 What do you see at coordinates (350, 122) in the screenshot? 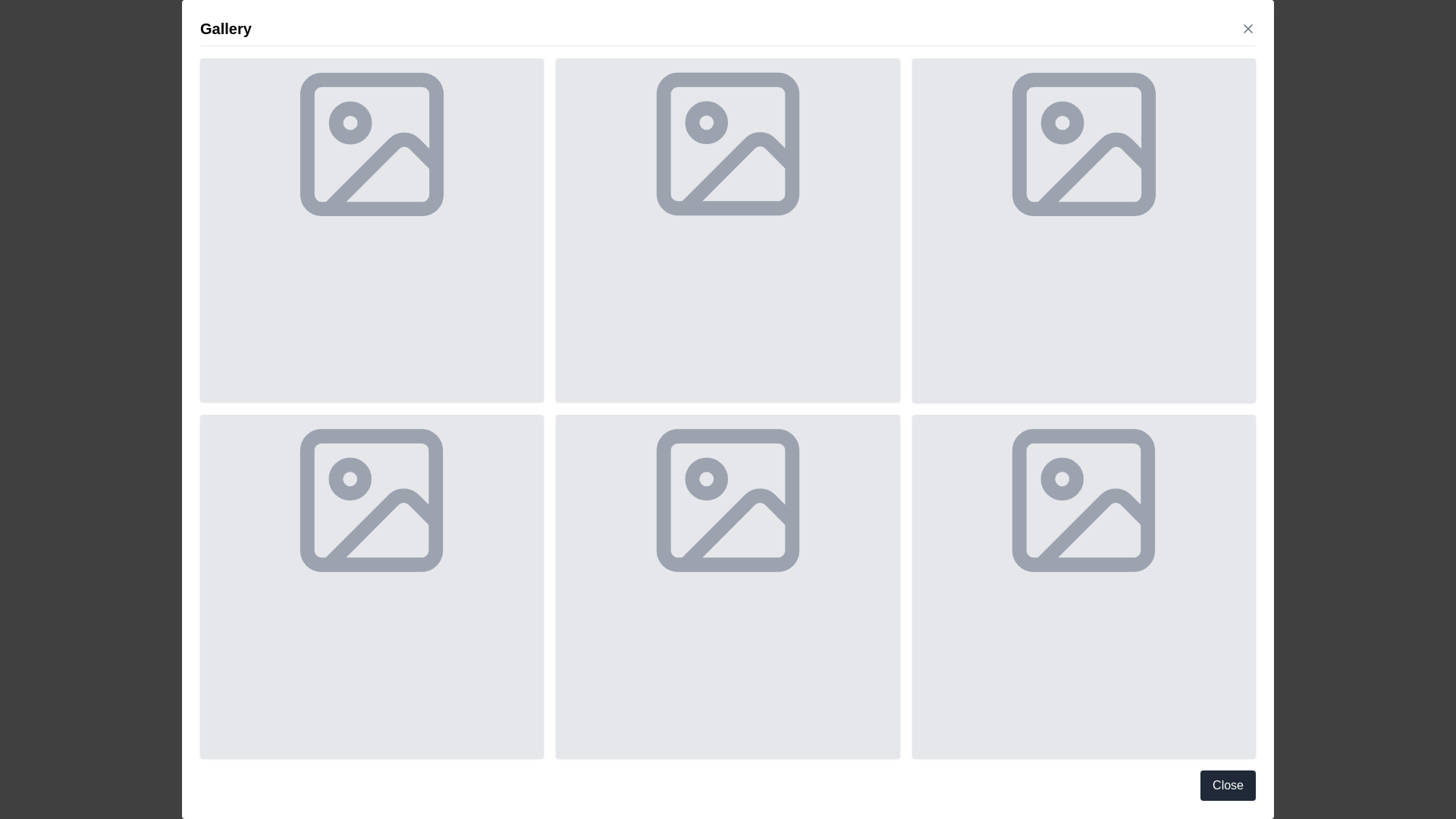
I see `the Decorative Circle located in the top-left corner of the first square icon in the gallery grid layout` at bounding box center [350, 122].